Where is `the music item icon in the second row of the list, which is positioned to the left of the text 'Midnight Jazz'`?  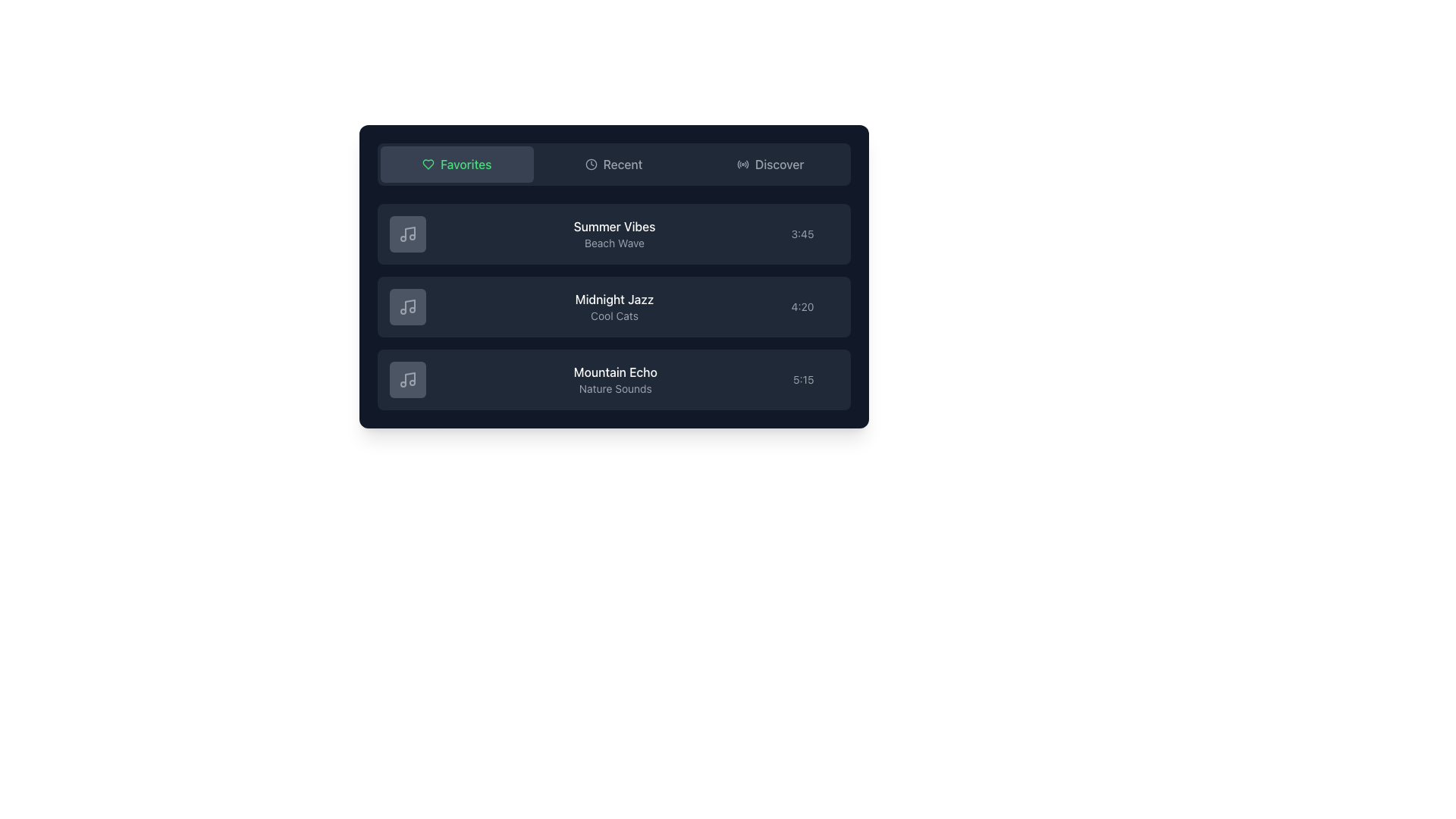 the music item icon in the second row of the list, which is positioned to the left of the text 'Midnight Jazz' is located at coordinates (407, 307).